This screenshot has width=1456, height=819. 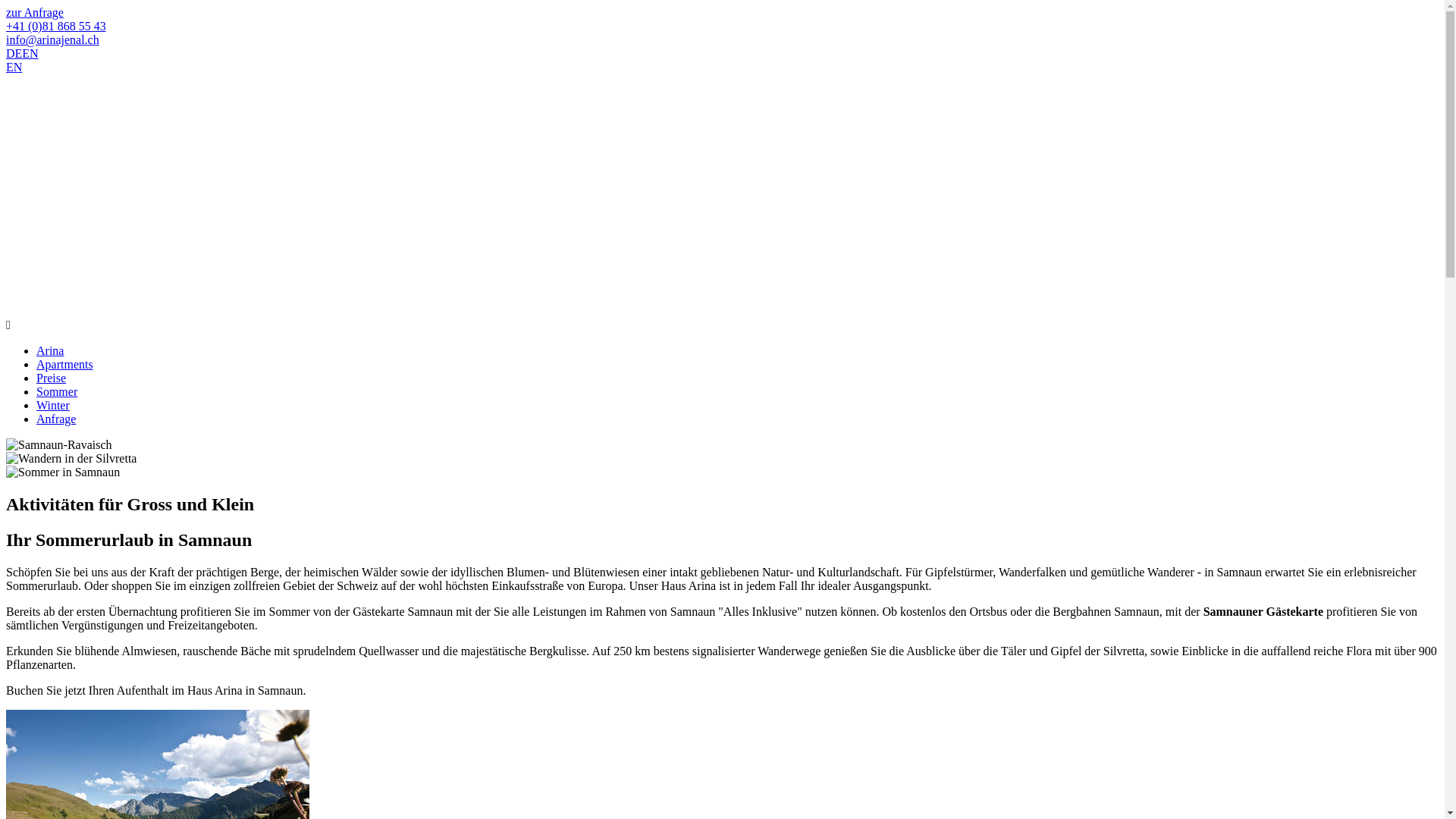 I want to click on ' Samnaun-Ravaisch', so click(x=58, y=444).